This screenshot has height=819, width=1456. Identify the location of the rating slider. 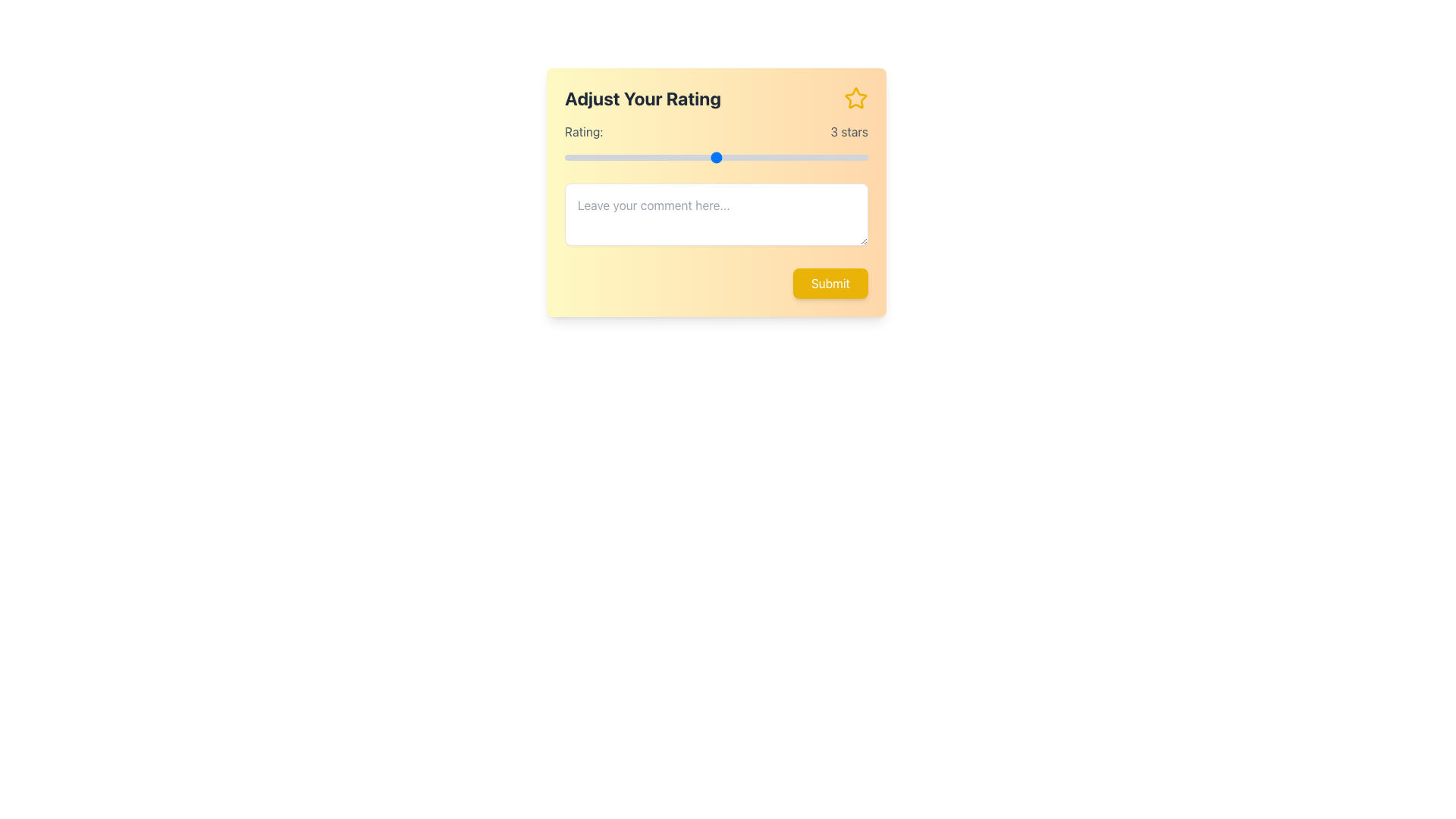
(640, 158).